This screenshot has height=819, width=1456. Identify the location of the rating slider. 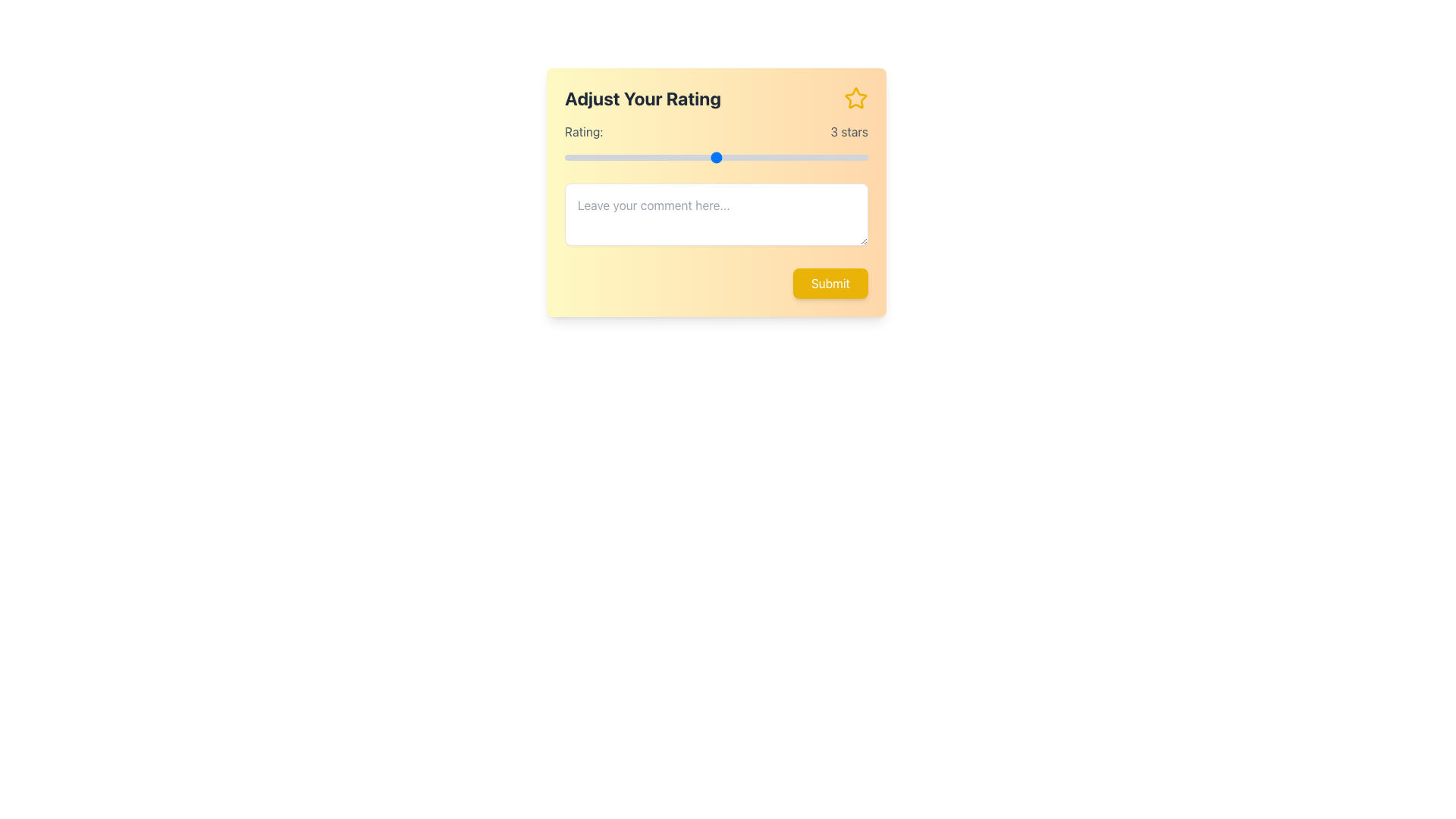
(640, 158).